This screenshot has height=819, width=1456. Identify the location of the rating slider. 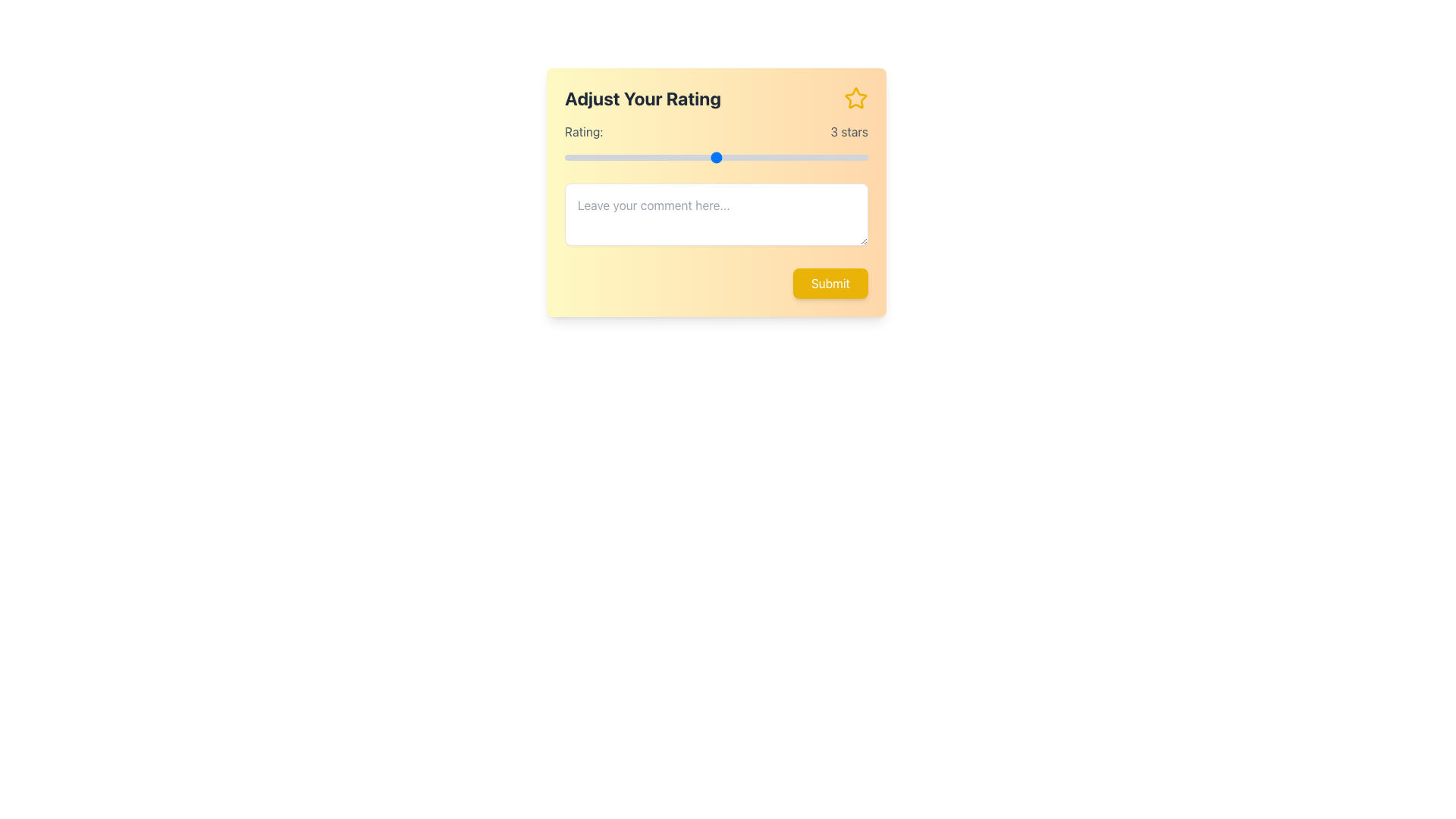
(640, 158).